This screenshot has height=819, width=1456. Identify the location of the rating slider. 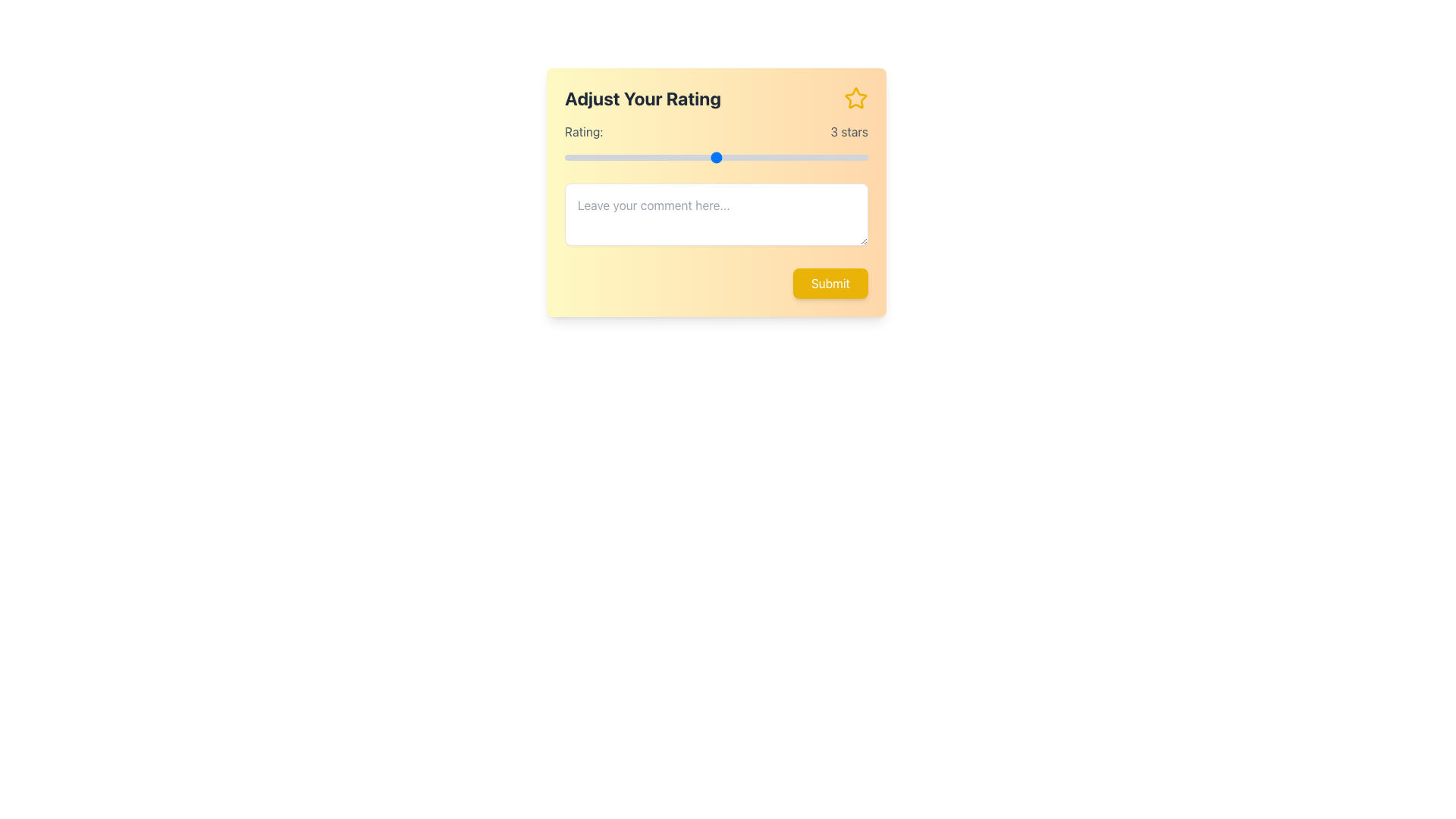
(640, 158).